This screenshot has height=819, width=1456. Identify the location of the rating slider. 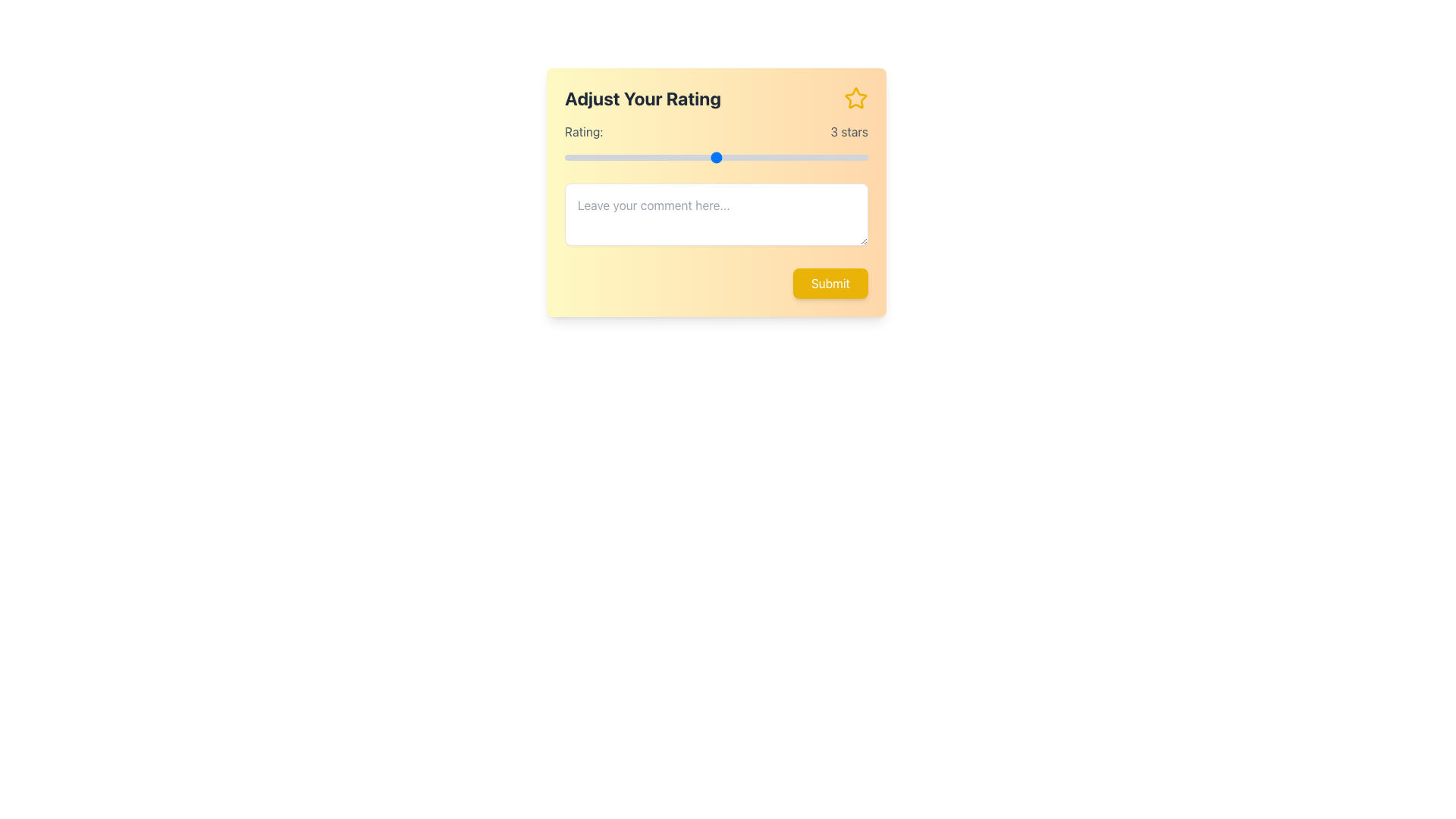
(640, 158).